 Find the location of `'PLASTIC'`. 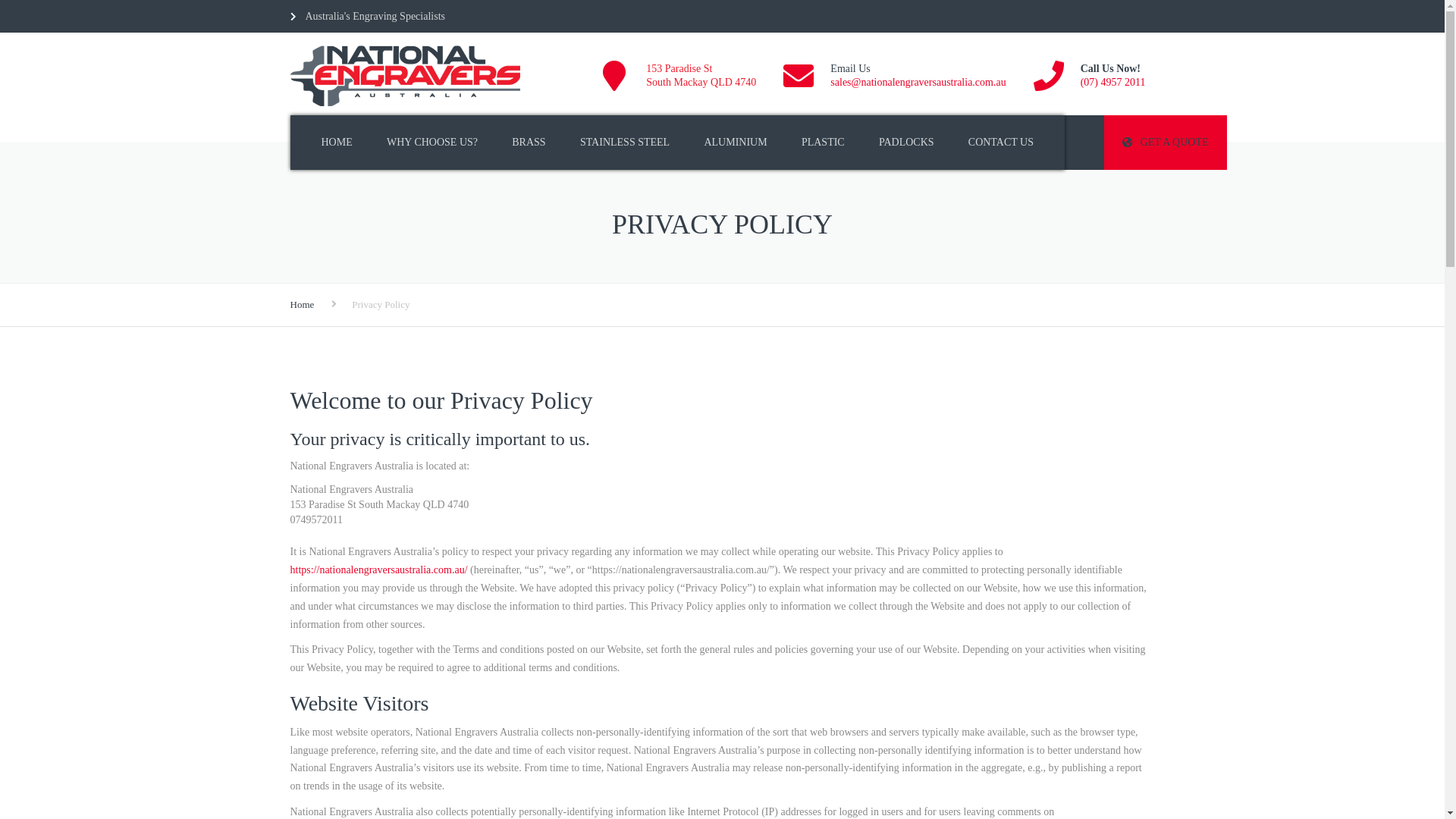

'PLASTIC' is located at coordinates (822, 143).